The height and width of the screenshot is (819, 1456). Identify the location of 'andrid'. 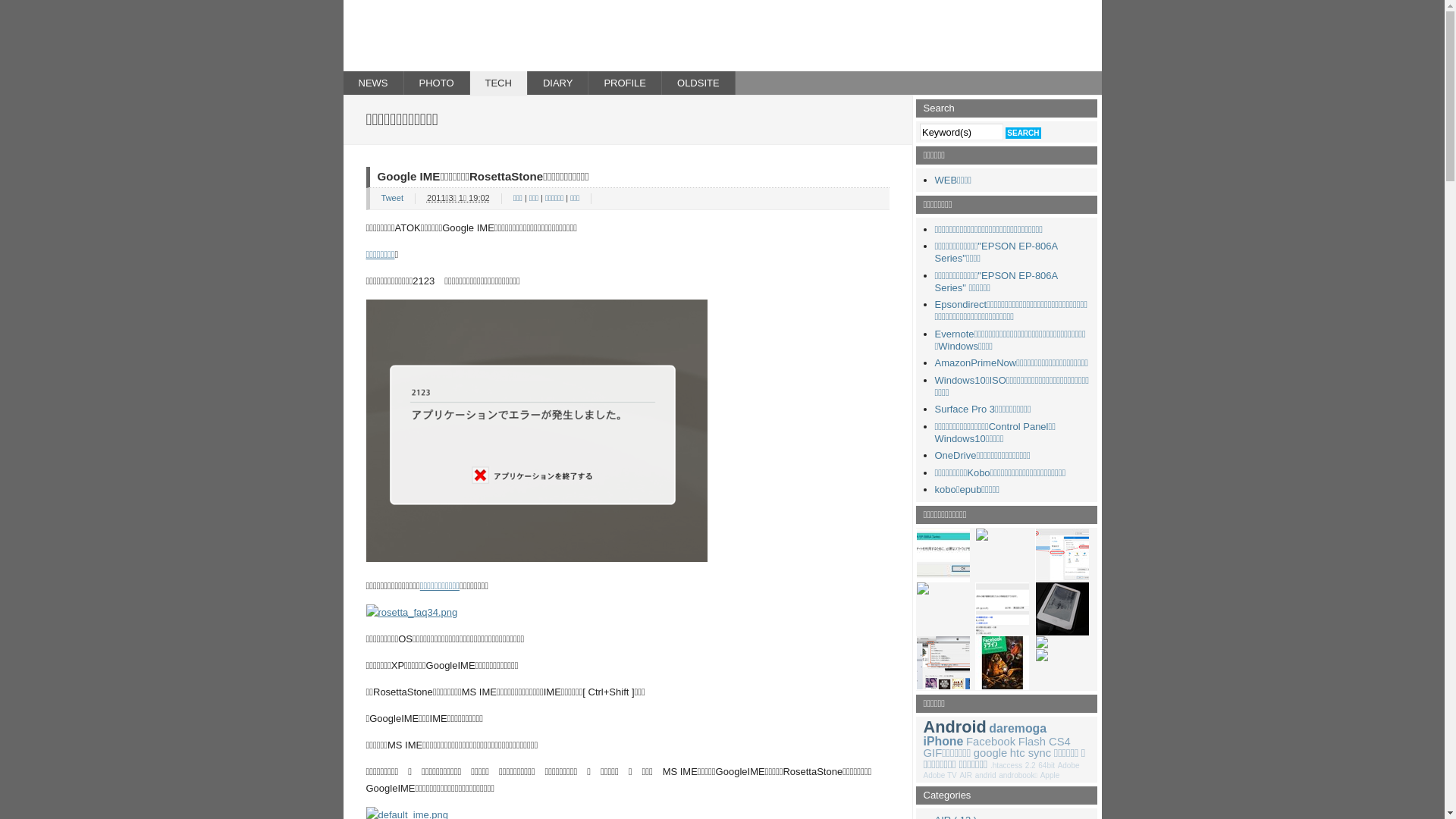
(986, 775).